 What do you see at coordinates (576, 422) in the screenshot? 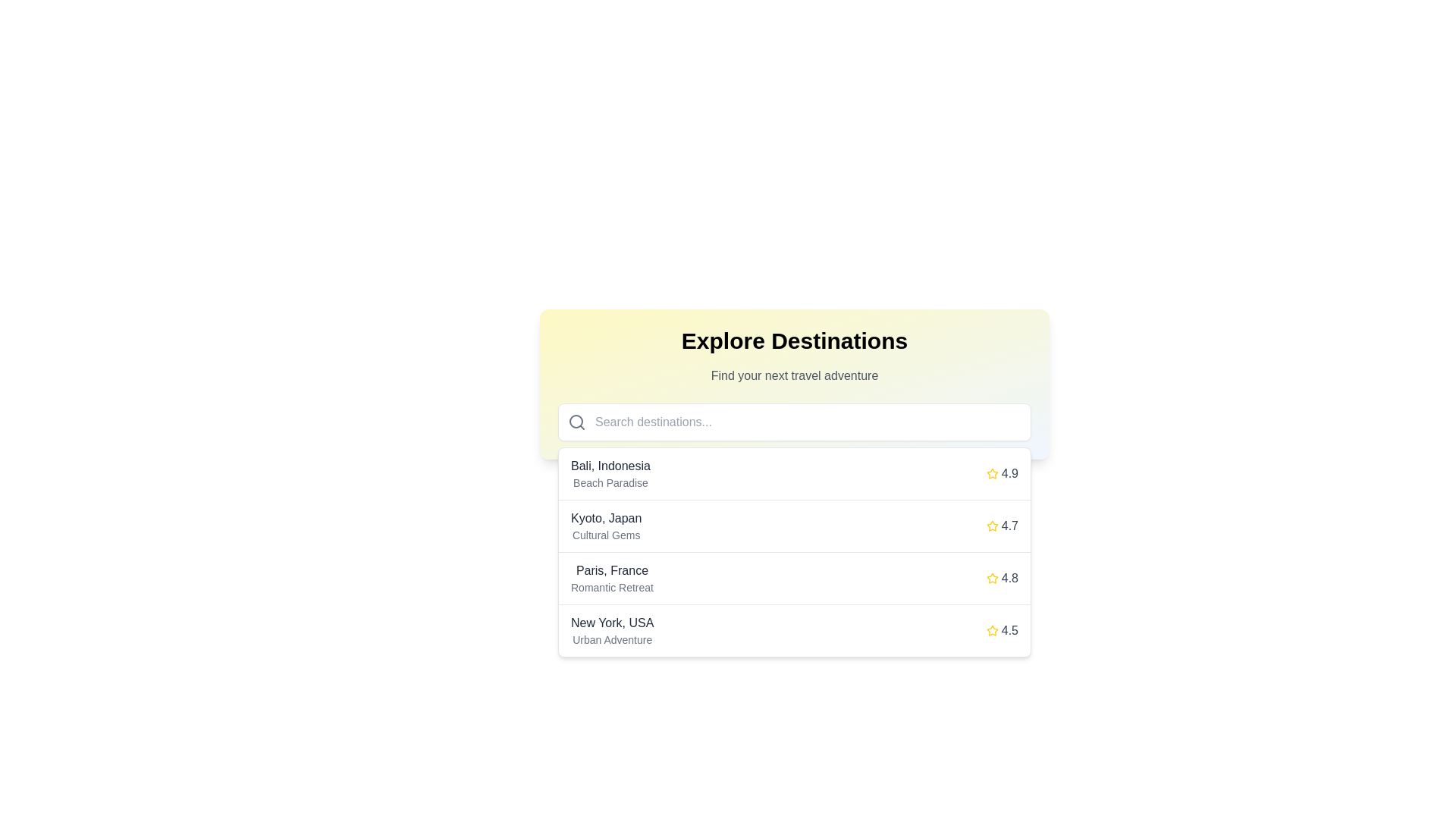
I see `the search function icon, styled as a magnifying glass, located at the far-left side inside the rectangular search bar below the title 'Explore Destinations'` at bounding box center [576, 422].